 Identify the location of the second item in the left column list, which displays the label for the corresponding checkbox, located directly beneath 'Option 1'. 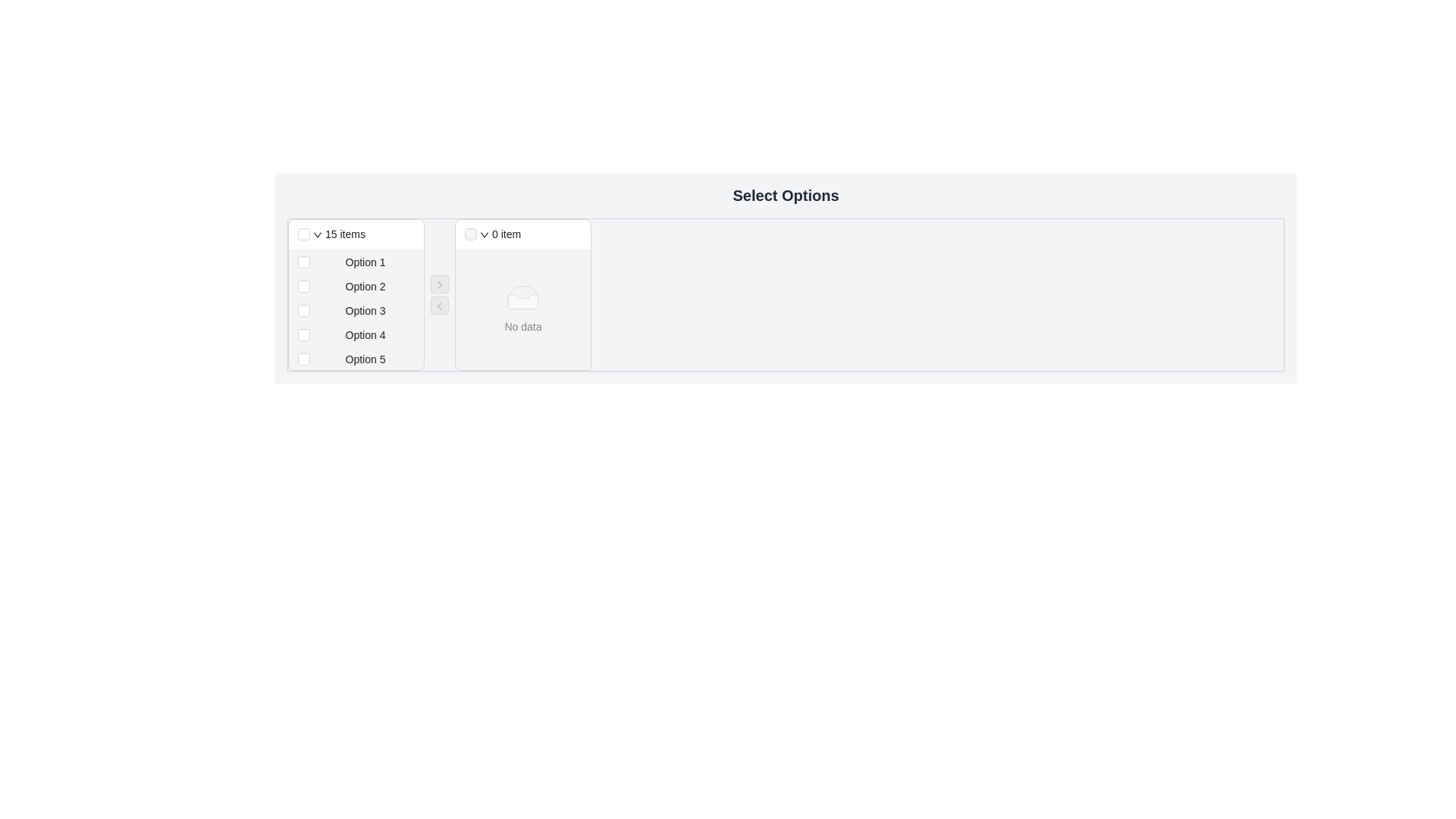
(365, 287).